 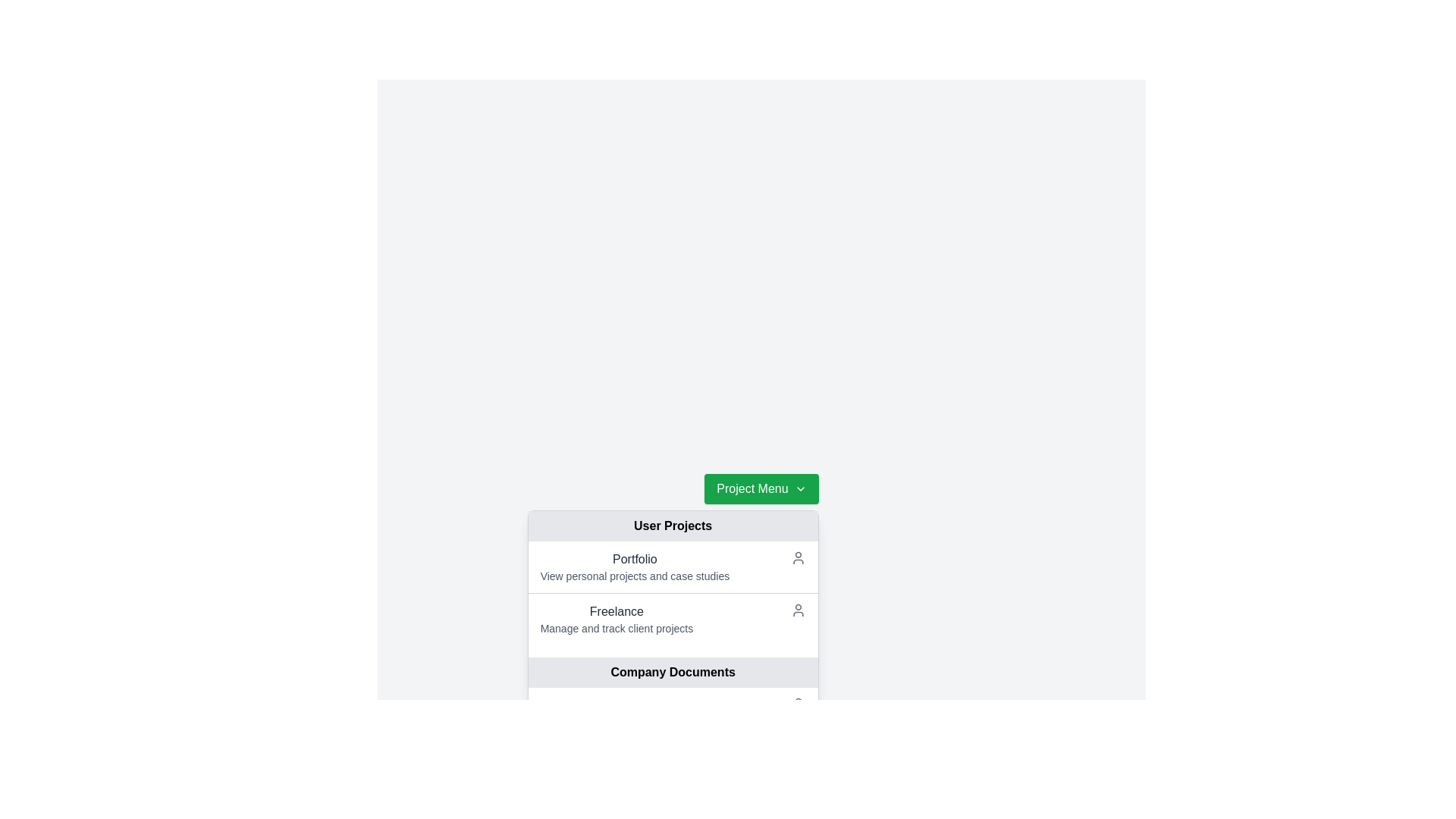 I want to click on the user silhouette icon located to the far right of the text 'Freelance Manage and track client projects' in the 'Freelance' section of the User Projects menu for visual reference of menu functionality, so click(x=797, y=610).